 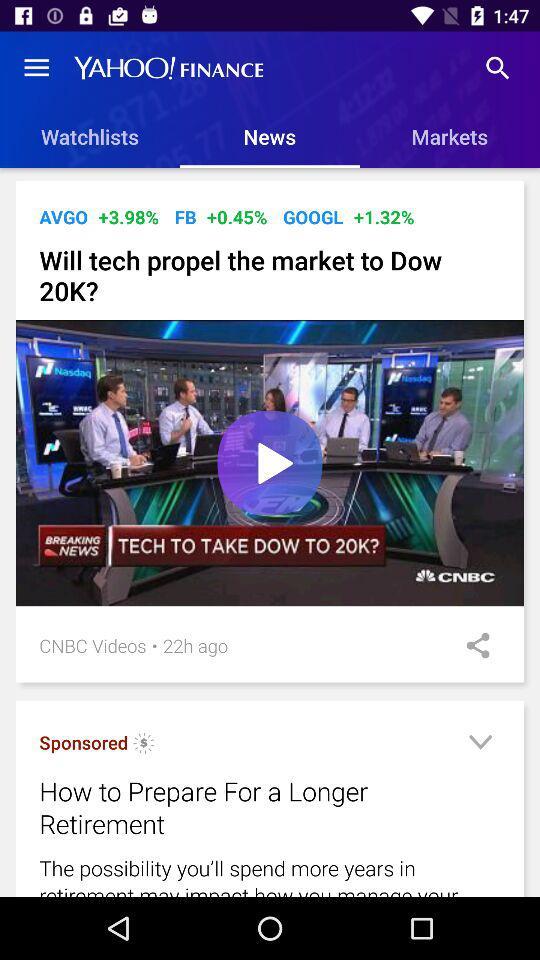 I want to click on icon below how to prepare, so click(x=270, y=874).